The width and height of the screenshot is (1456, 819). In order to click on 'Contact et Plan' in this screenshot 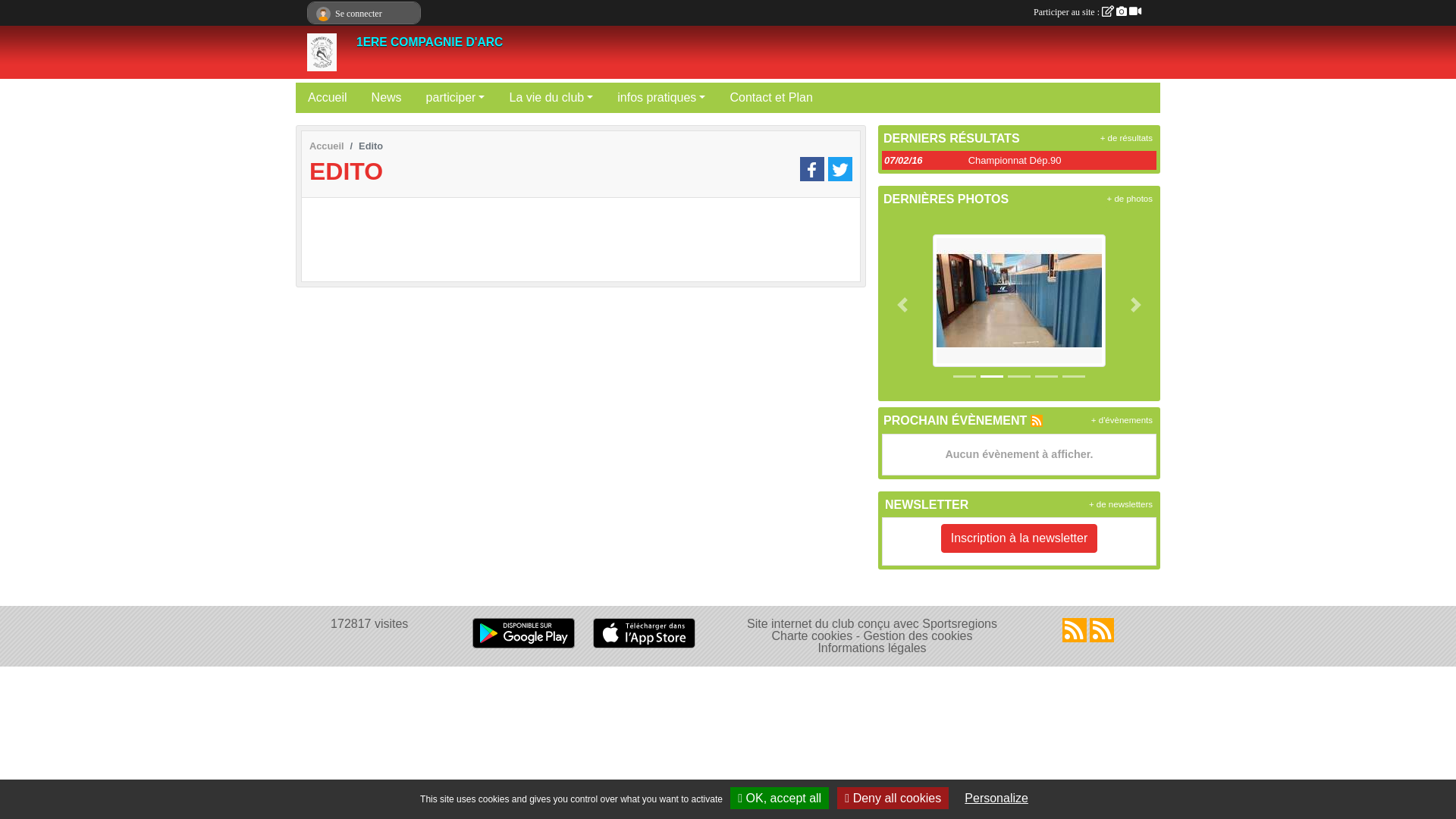, I will do `click(770, 97)`.